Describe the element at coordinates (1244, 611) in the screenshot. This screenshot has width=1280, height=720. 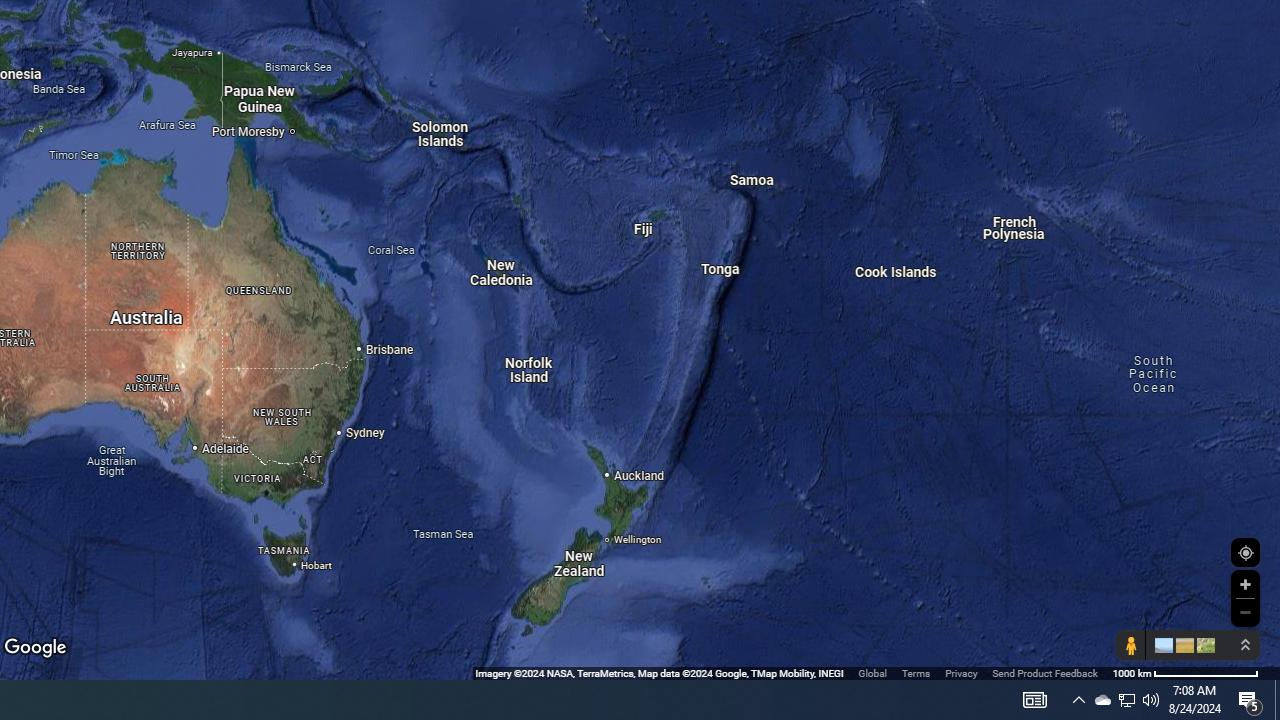
I see `'Zoom out'` at that location.